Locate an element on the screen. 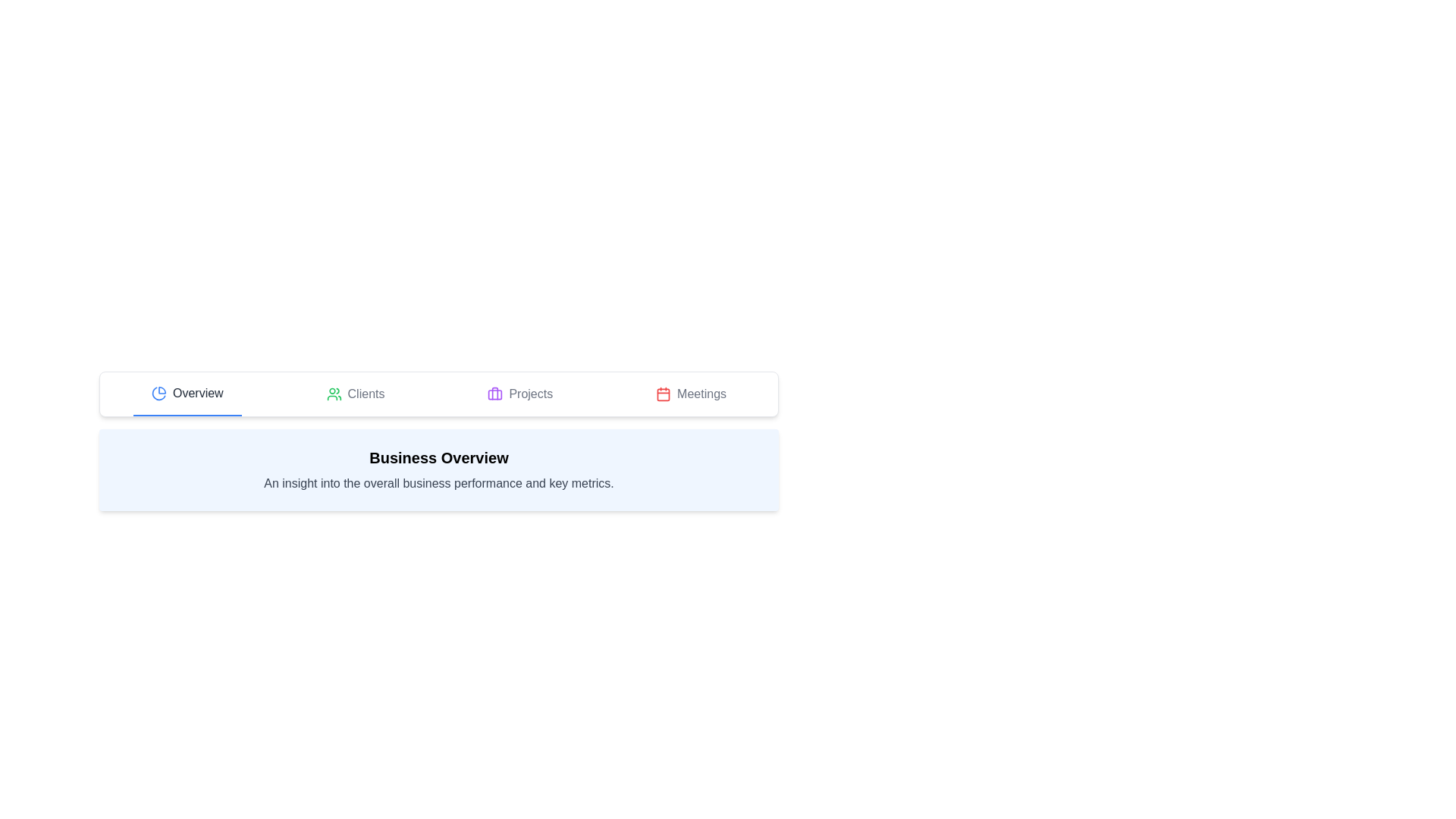  the first button in the horizontal navigation bar is located at coordinates (187, 394).